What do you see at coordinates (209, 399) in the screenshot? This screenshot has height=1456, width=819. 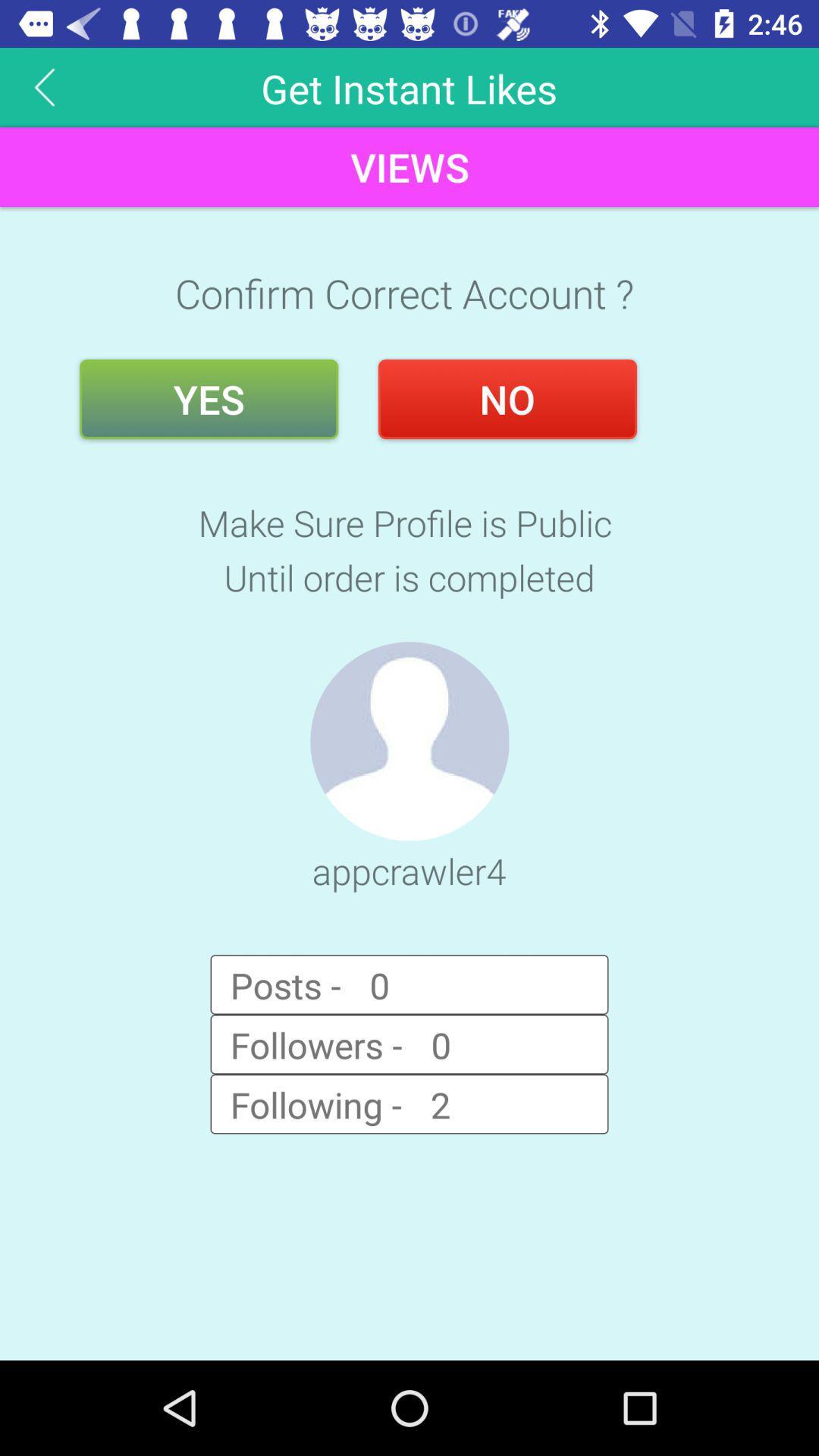 I see `yes item` at bounding box center [209, 399].